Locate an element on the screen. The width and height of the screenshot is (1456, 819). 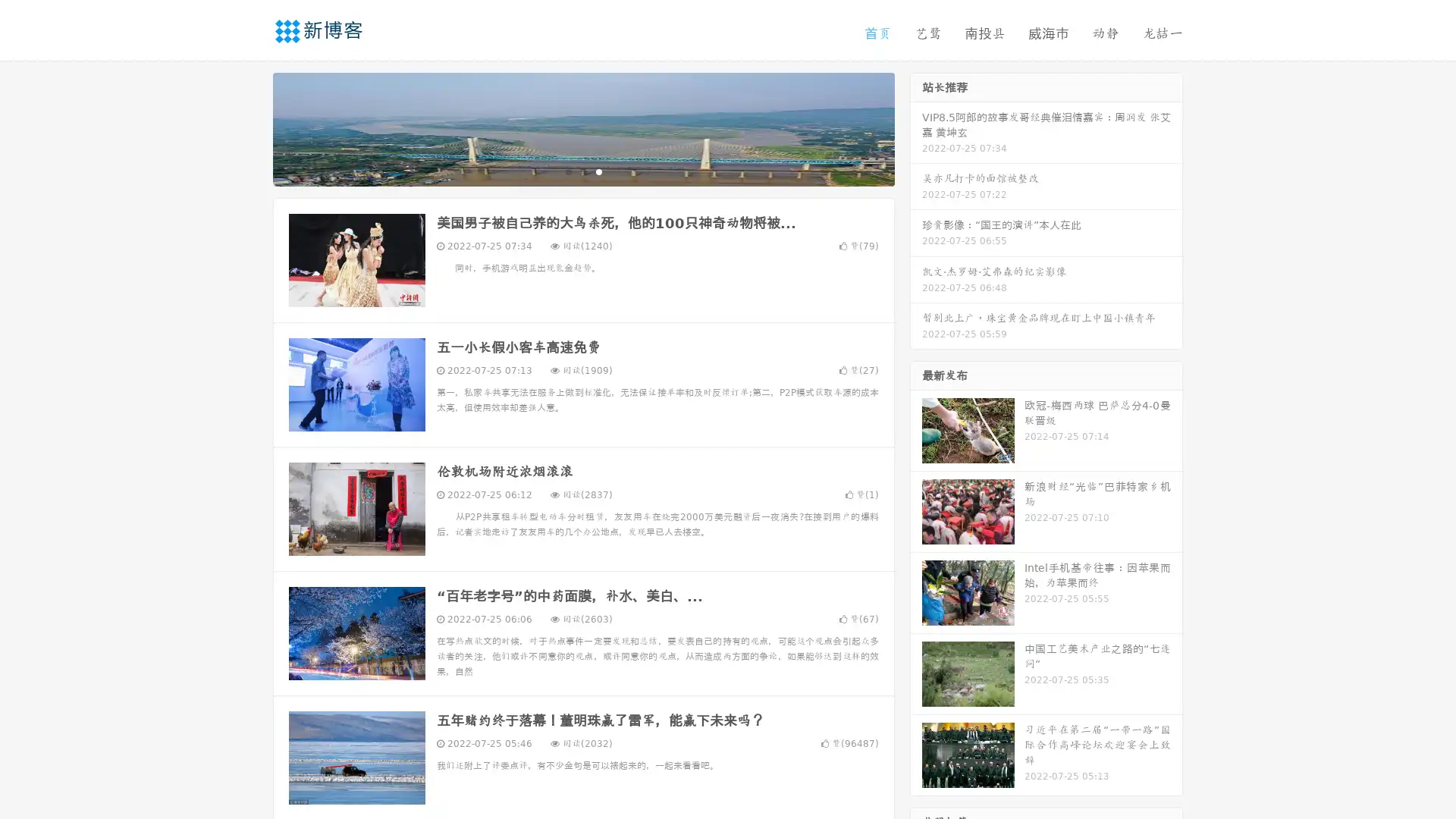
Go to slide 1 is located at coordinates (567, 171).